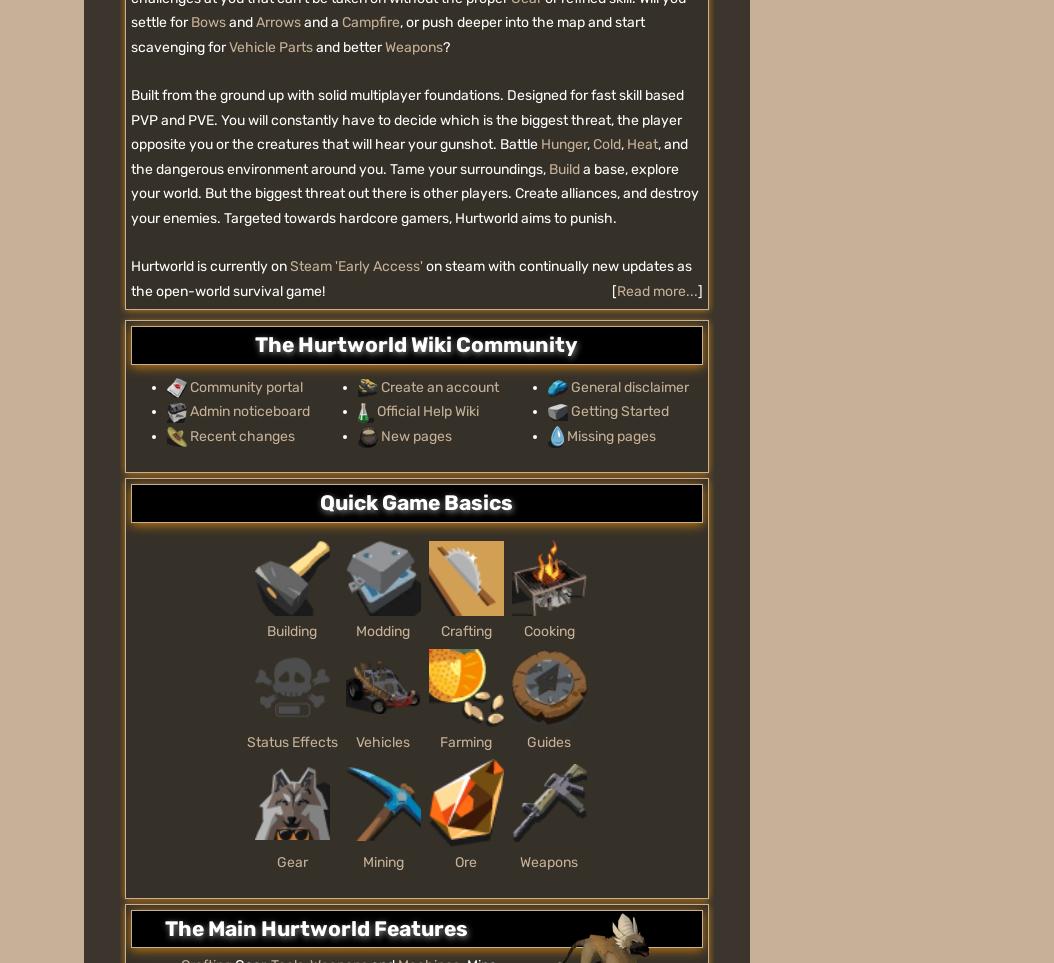 This screenshot has width=1054, height=963. I want to click on 'Overview', so click(83, 267).